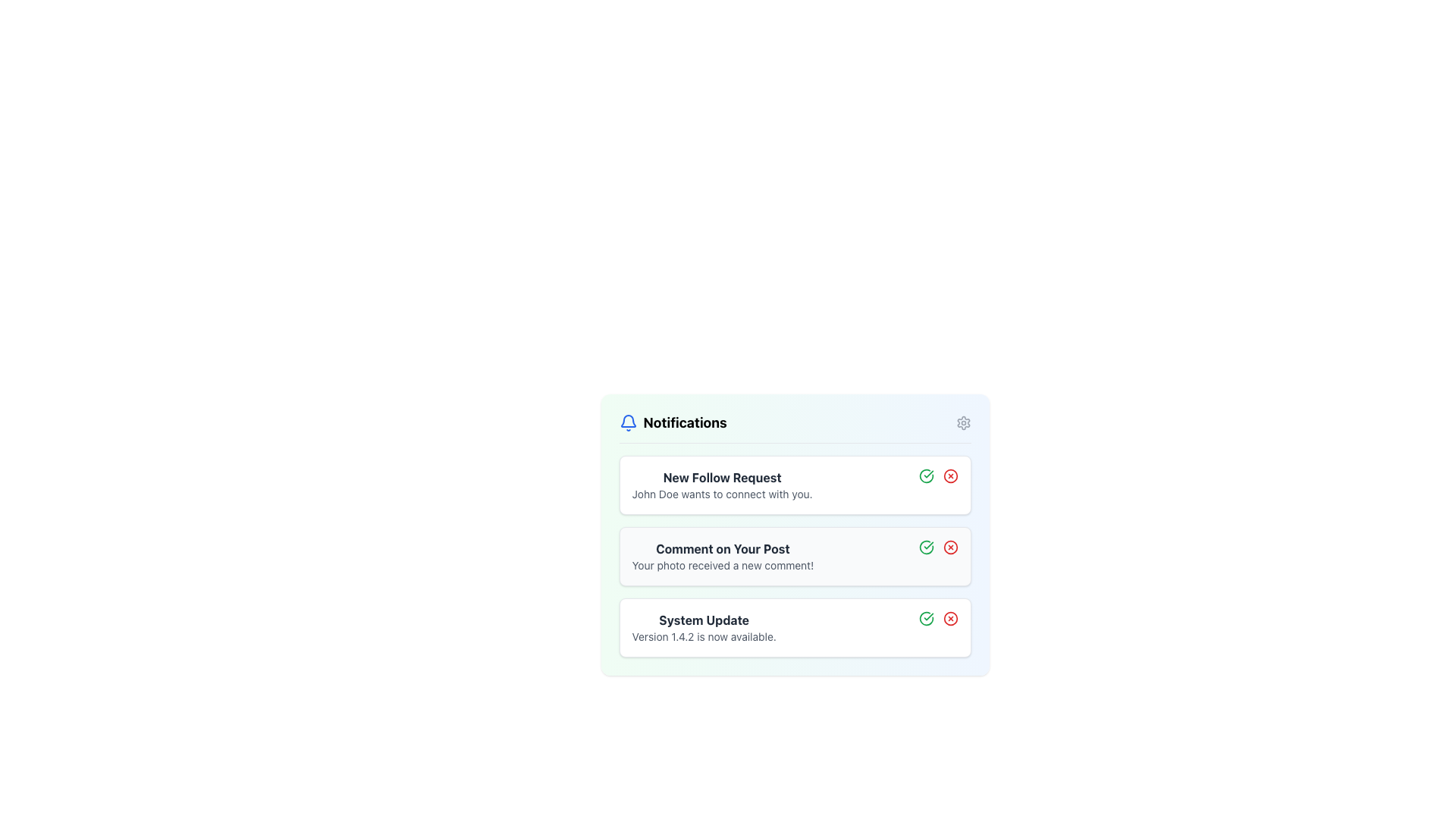  I want to click on the title text label of the notification card indicating 'System Update', located in the lower part of the card, which is the first element followed by a smaller font text, and is the third card in a vertically stacked list, so click(703, 620).